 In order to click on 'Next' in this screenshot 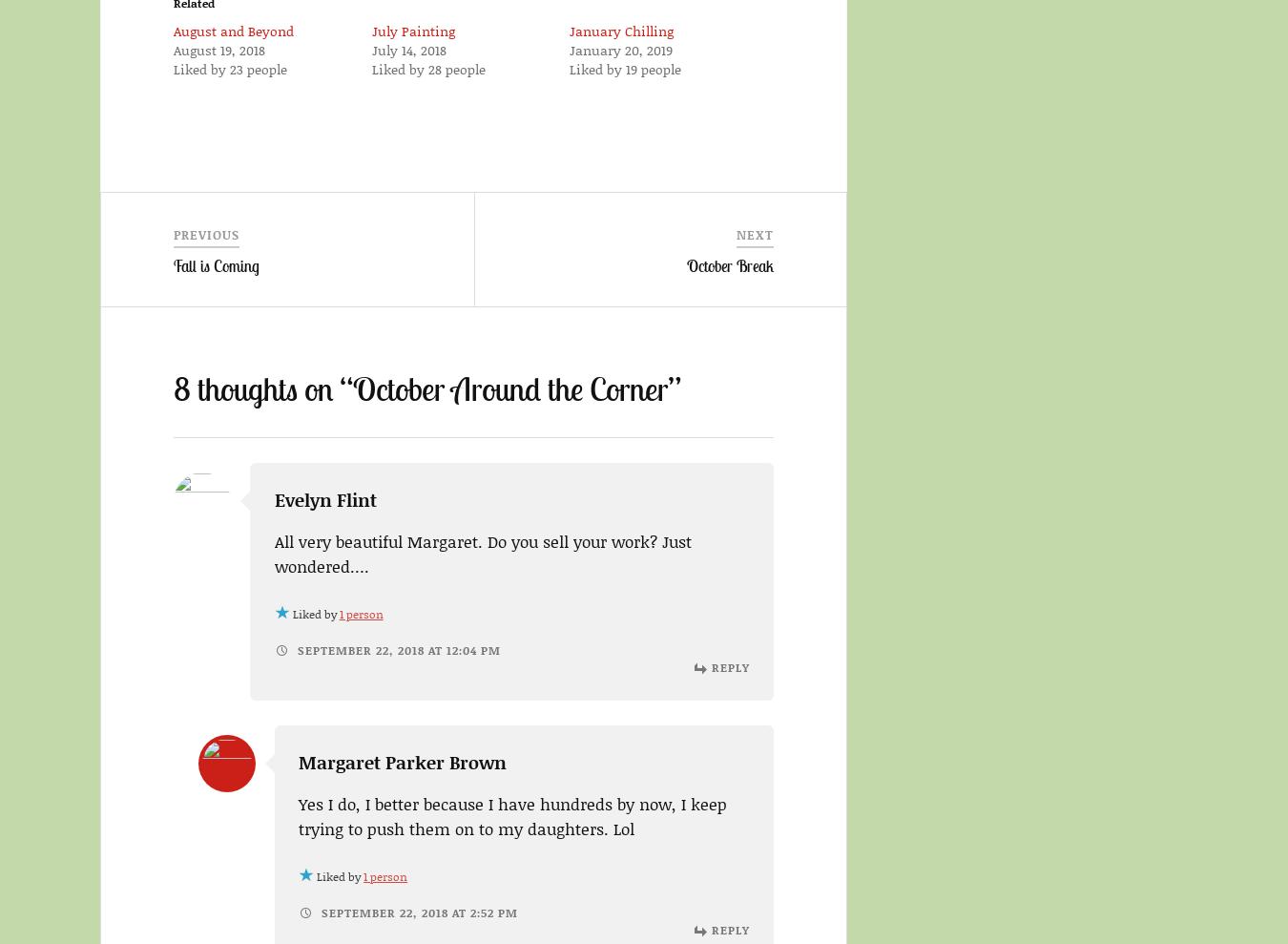, I will do `click(755, 233)`.